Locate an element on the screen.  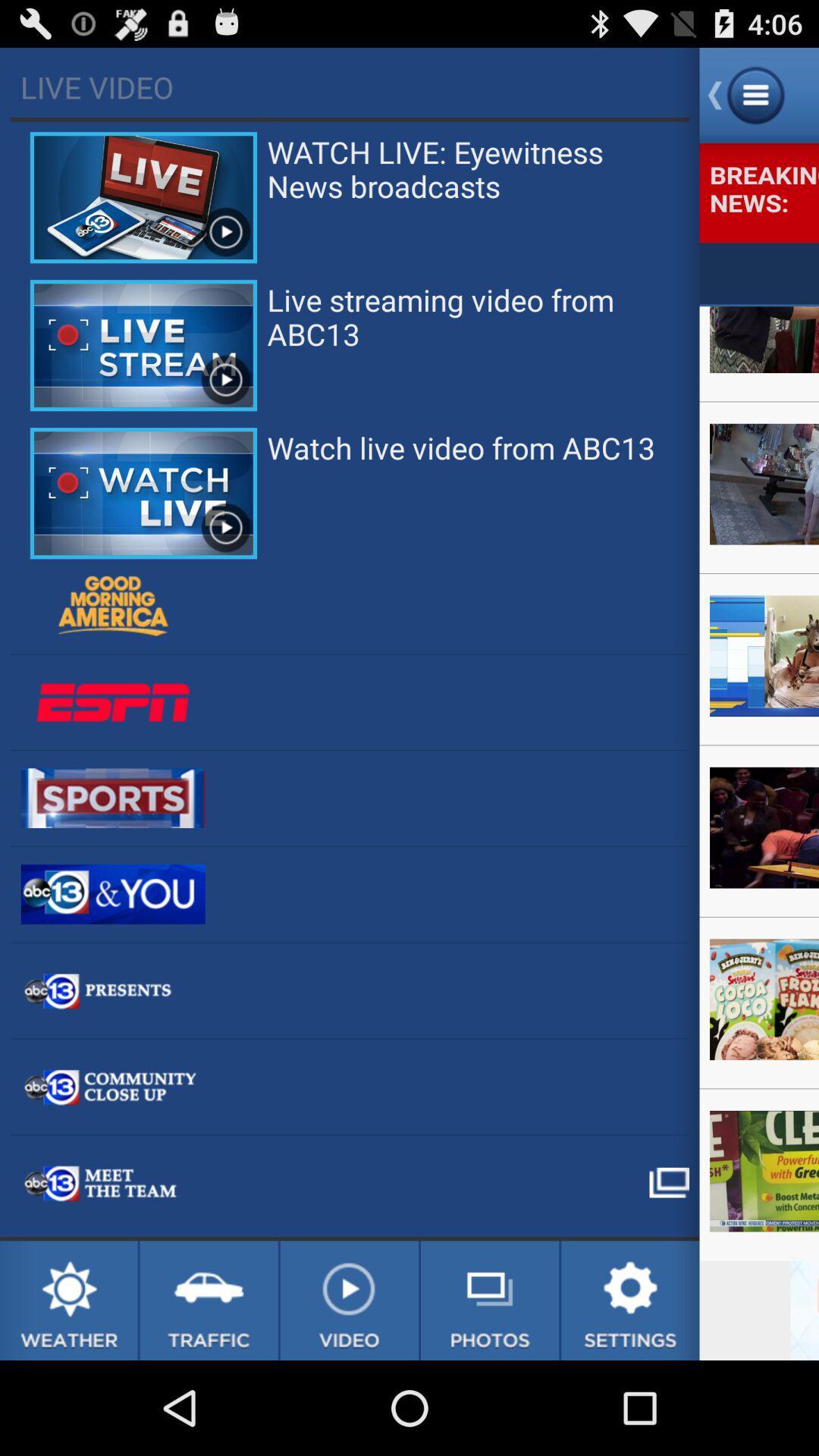
weather page is located at coordinates (68, 1300).